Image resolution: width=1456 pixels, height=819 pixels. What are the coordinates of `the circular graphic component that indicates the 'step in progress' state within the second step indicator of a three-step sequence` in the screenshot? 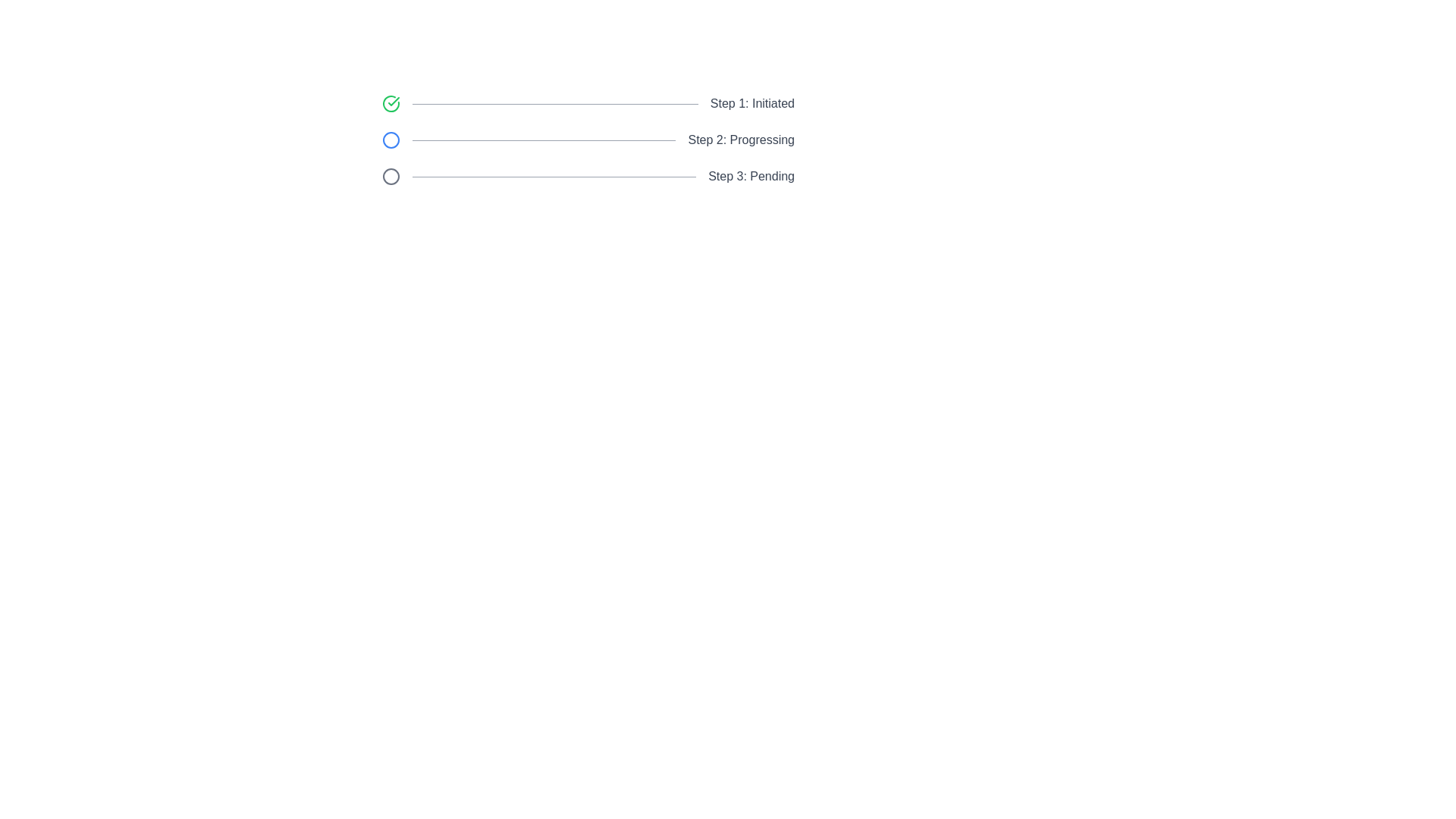 It's located at (391, 140).